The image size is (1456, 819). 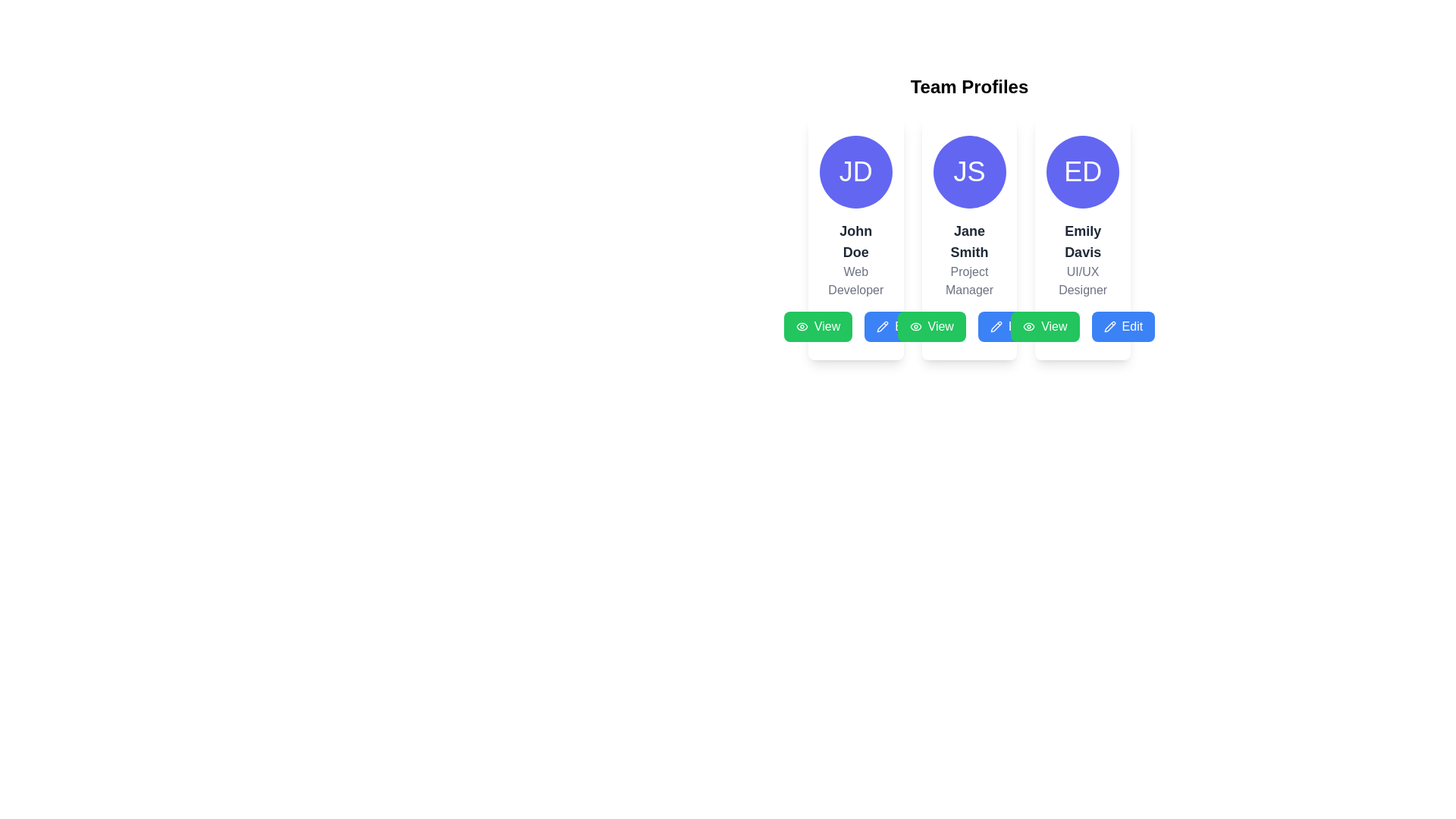 I want to click on the Profile badge displaying the initials 'JD' located at the top of the leftmost profile card, so click(x=855, y=171).